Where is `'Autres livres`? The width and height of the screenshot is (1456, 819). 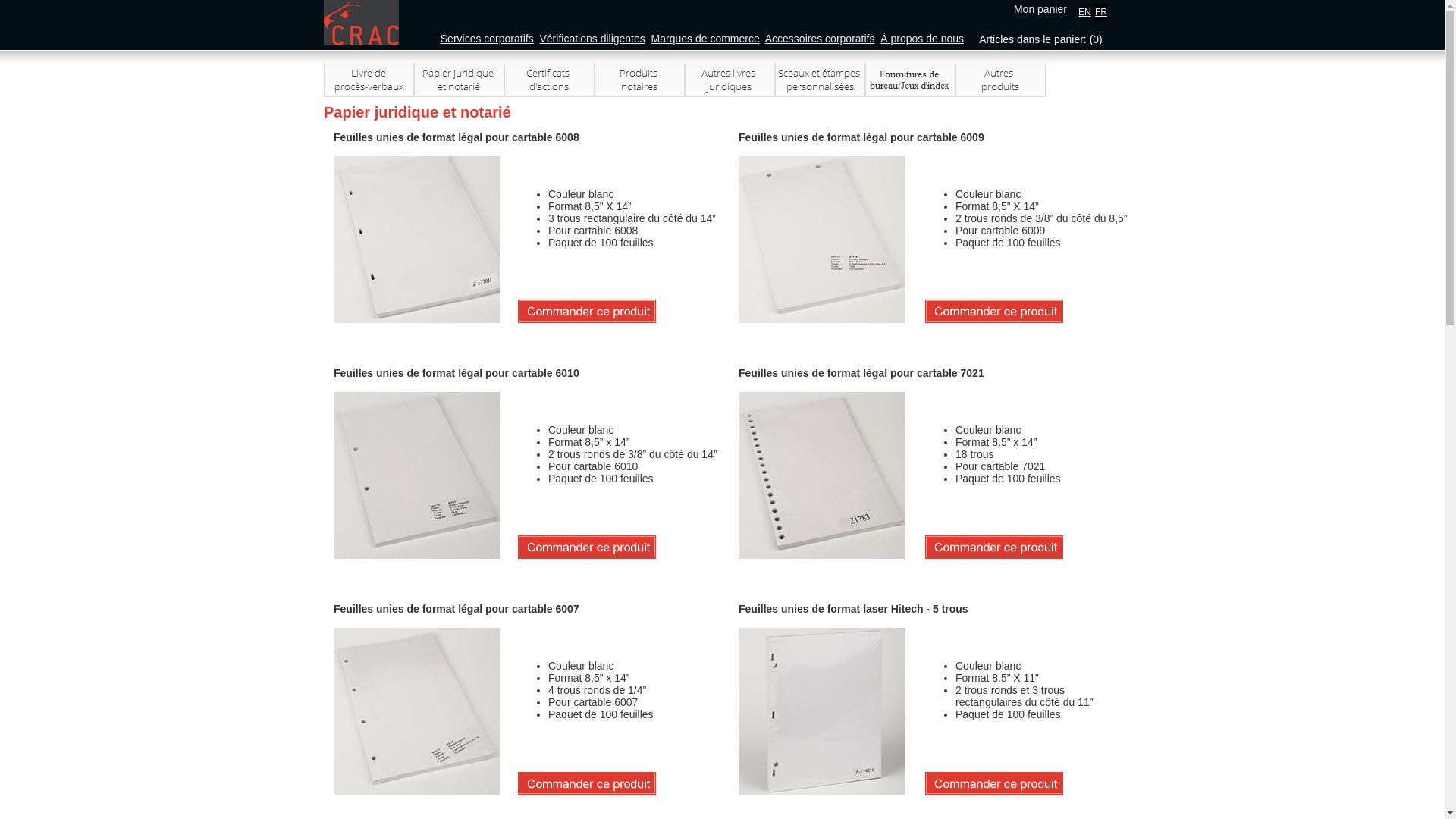 'Autres livres is located at coordinates (683, 80).